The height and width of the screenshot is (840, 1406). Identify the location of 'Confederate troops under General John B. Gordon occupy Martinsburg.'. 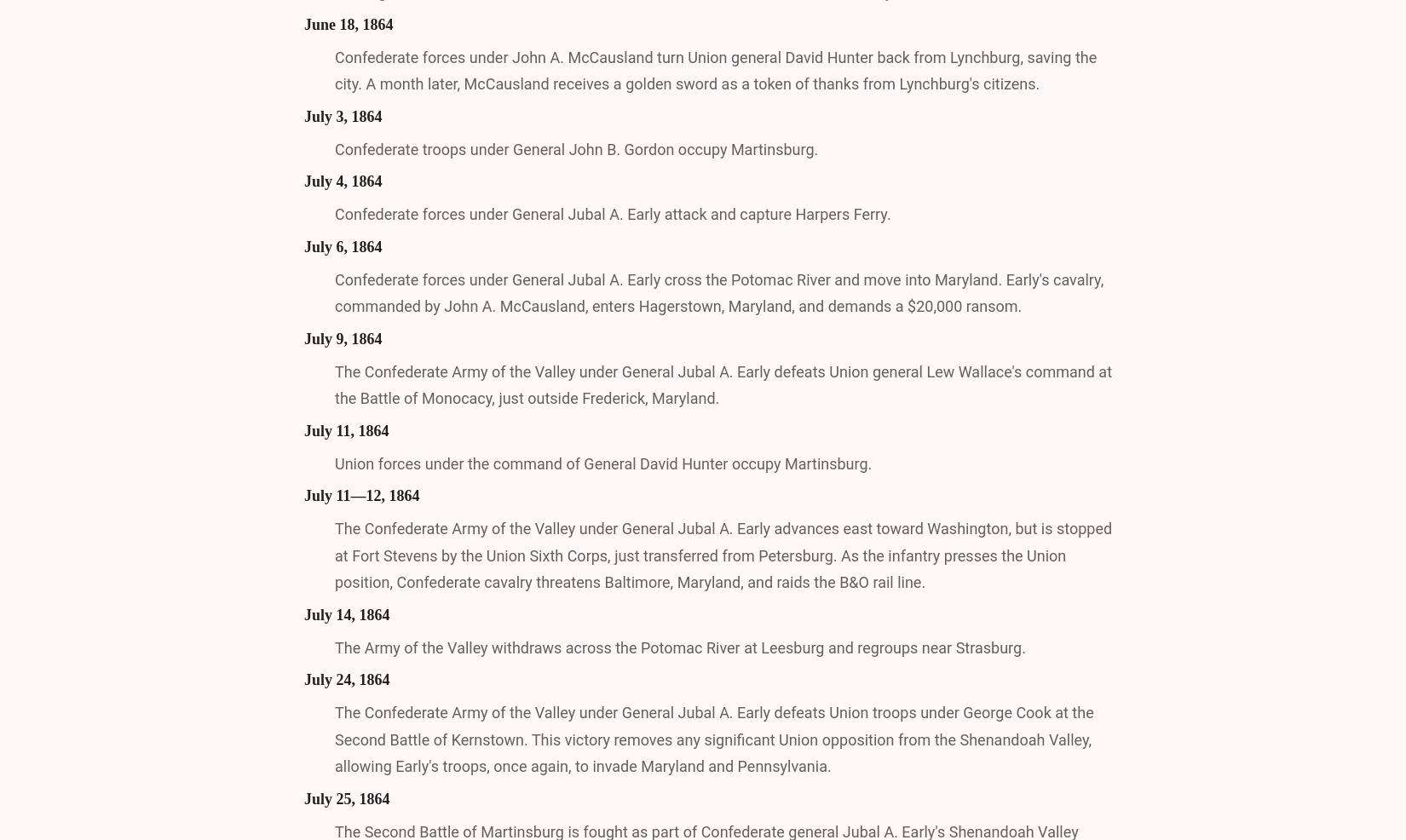
(575, 147).